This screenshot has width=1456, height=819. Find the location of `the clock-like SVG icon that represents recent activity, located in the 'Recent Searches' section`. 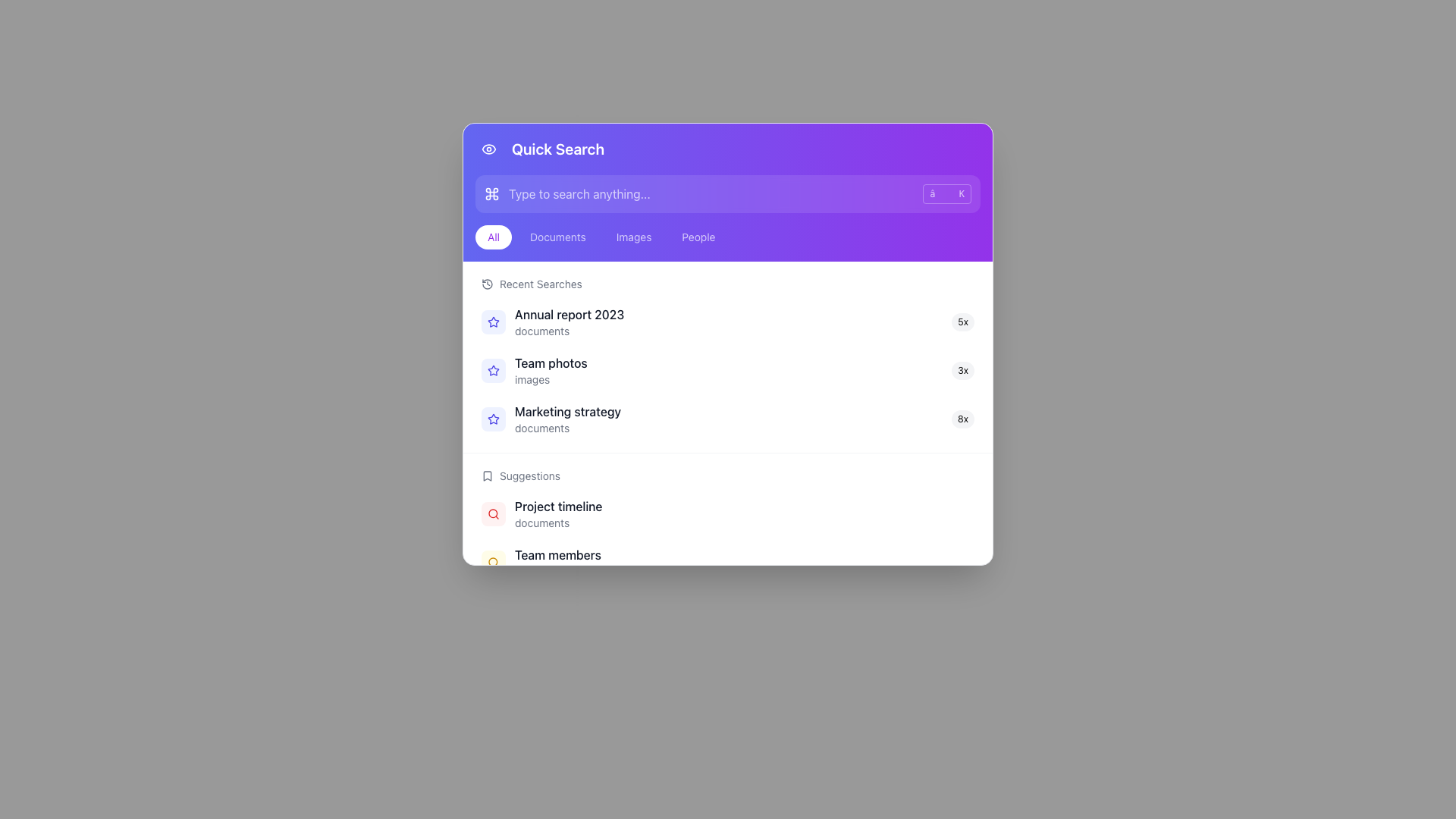

the clock-like SVG icon that represents recent activity, located in the 'Recent Searches' section is located at coordinates (488, 284).